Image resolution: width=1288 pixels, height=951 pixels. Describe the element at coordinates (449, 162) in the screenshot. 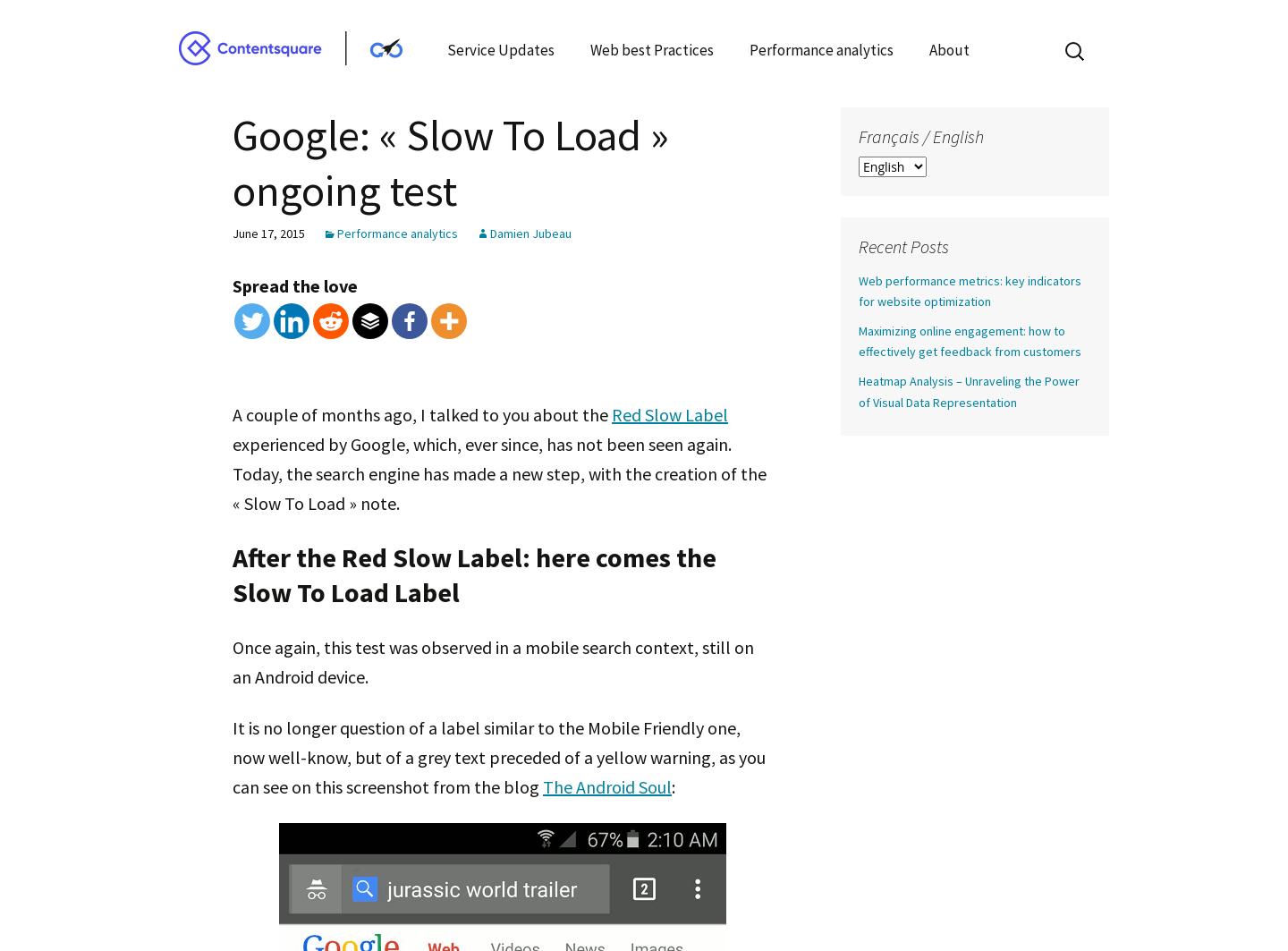

I see `'Google: « Slow To Load » ongoing test'` at that location.